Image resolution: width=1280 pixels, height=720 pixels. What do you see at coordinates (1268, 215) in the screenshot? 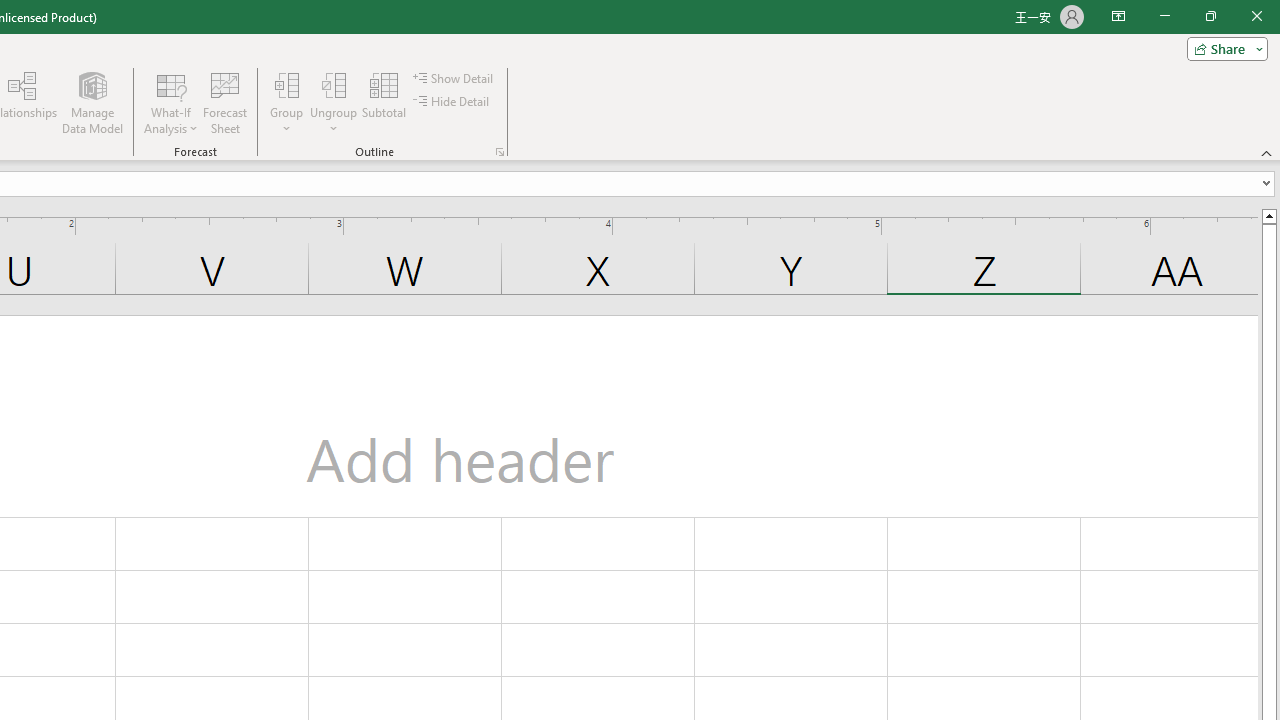
I see `'Line up'` at bounding box center [1268, 215].